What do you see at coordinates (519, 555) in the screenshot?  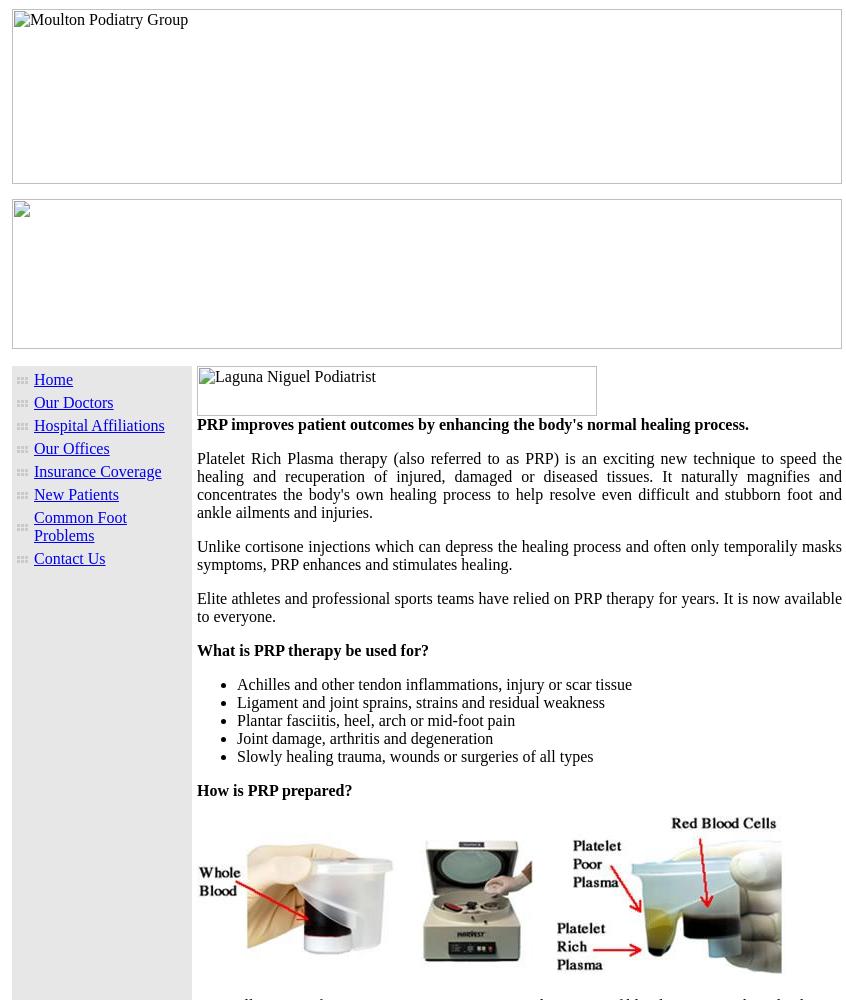 I see `'Unlike cortisone injections which can depress the healing process and often only temporalily masks symptoms, PRP enhances and stimulates healing.'` at bounding box center [519, 555].